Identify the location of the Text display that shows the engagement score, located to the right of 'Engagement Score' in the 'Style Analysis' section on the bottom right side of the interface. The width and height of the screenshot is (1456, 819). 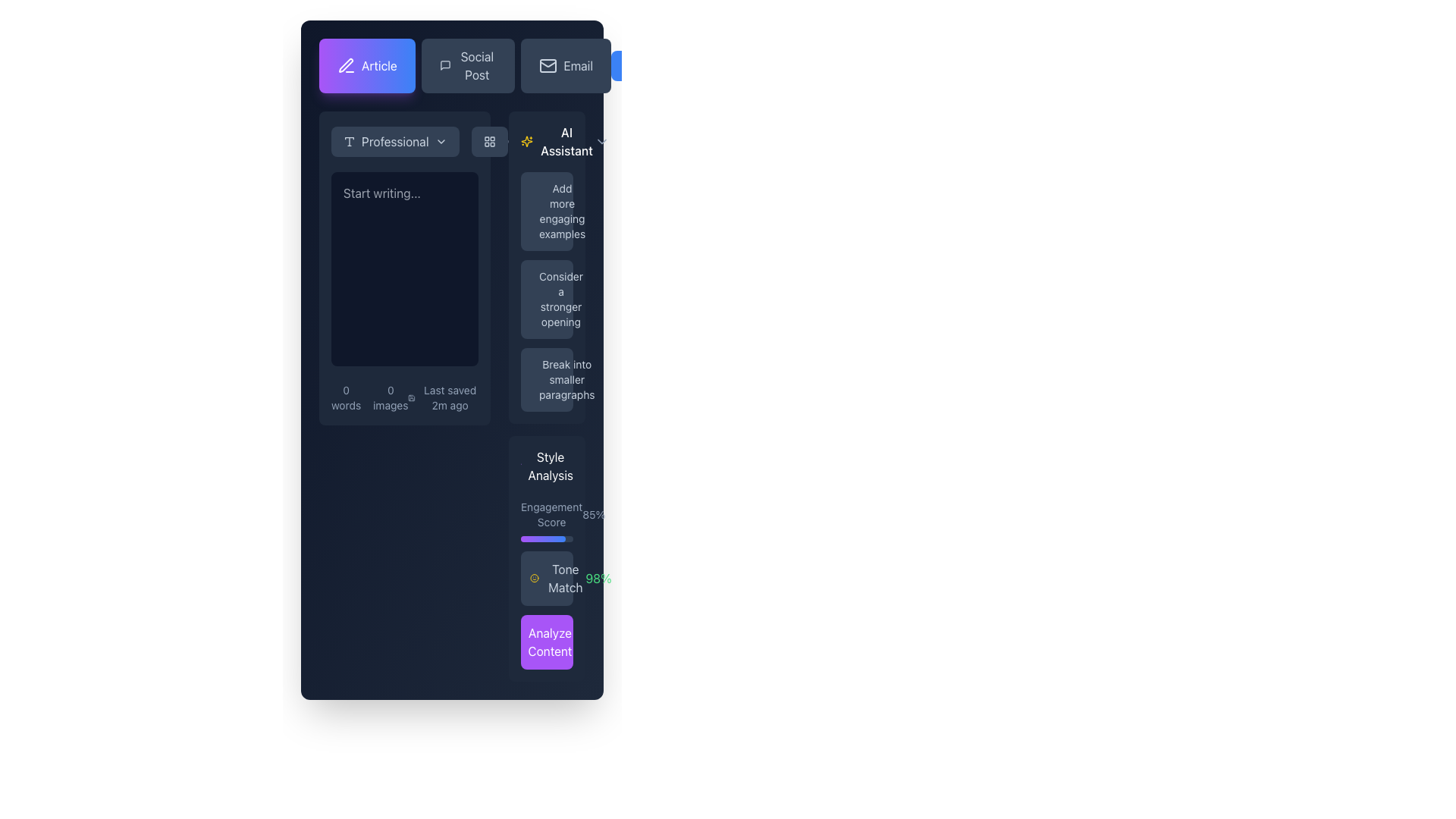
(593, 513).